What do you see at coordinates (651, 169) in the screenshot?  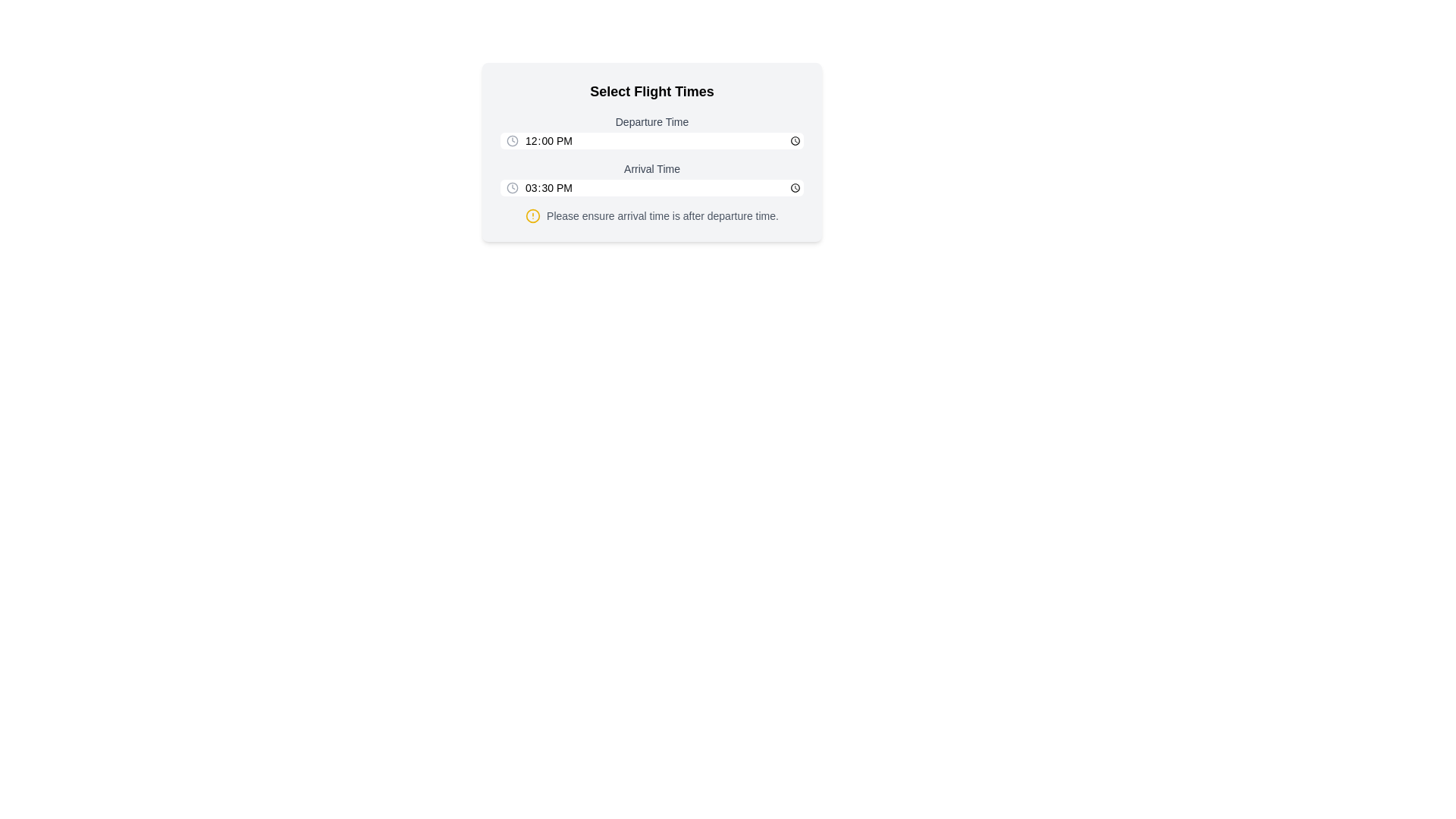 I see `the 'Arrival Time' label, which is a textual label in dark gray color, located below the 'Departure Time' label and above the clock icon and input field` at bounding box center [651, 169].